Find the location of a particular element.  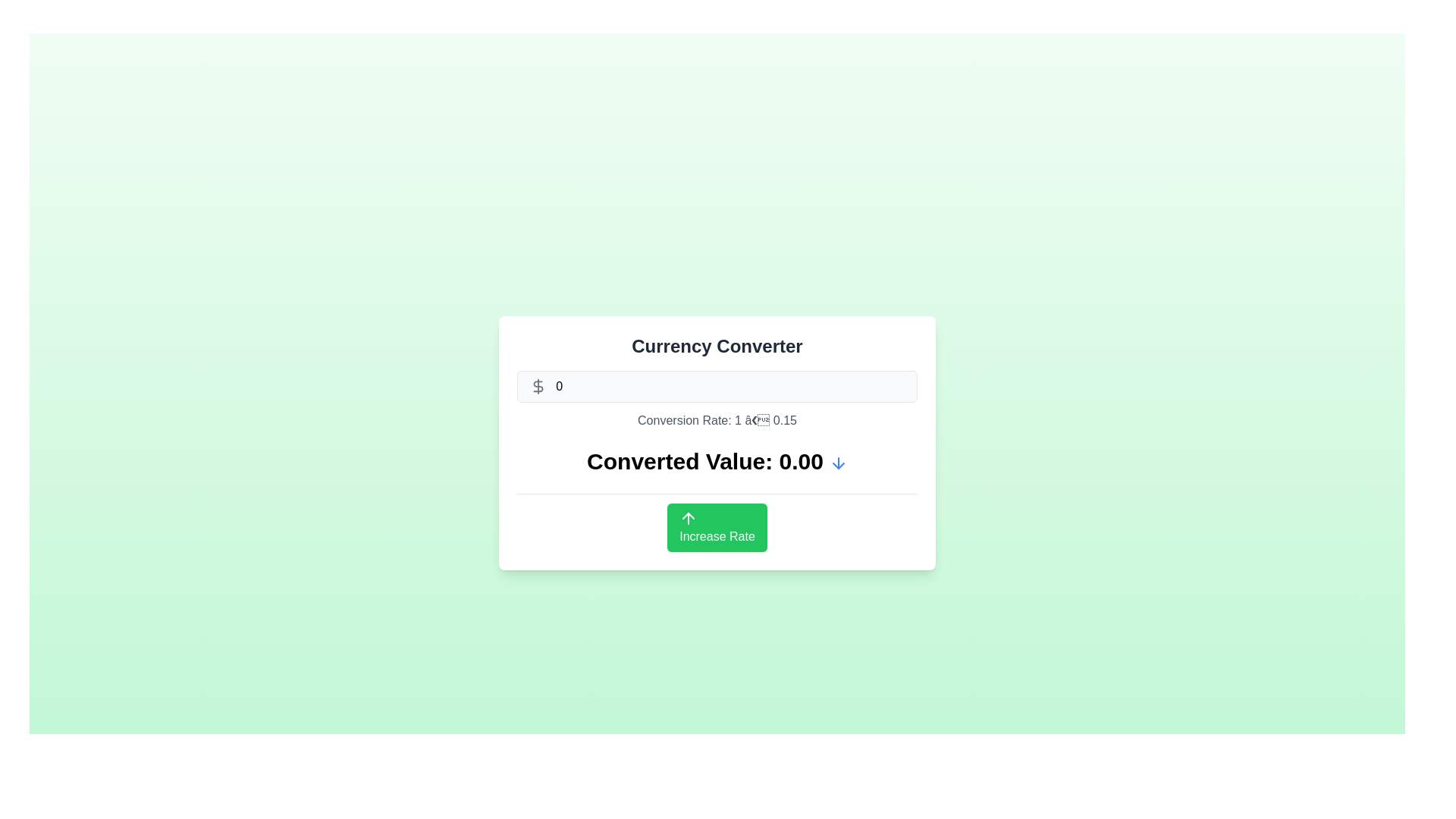

the green 'Increase Rate' button that contains the upward arrow icon located at the top section of the button is located at coordinates (688, 517).